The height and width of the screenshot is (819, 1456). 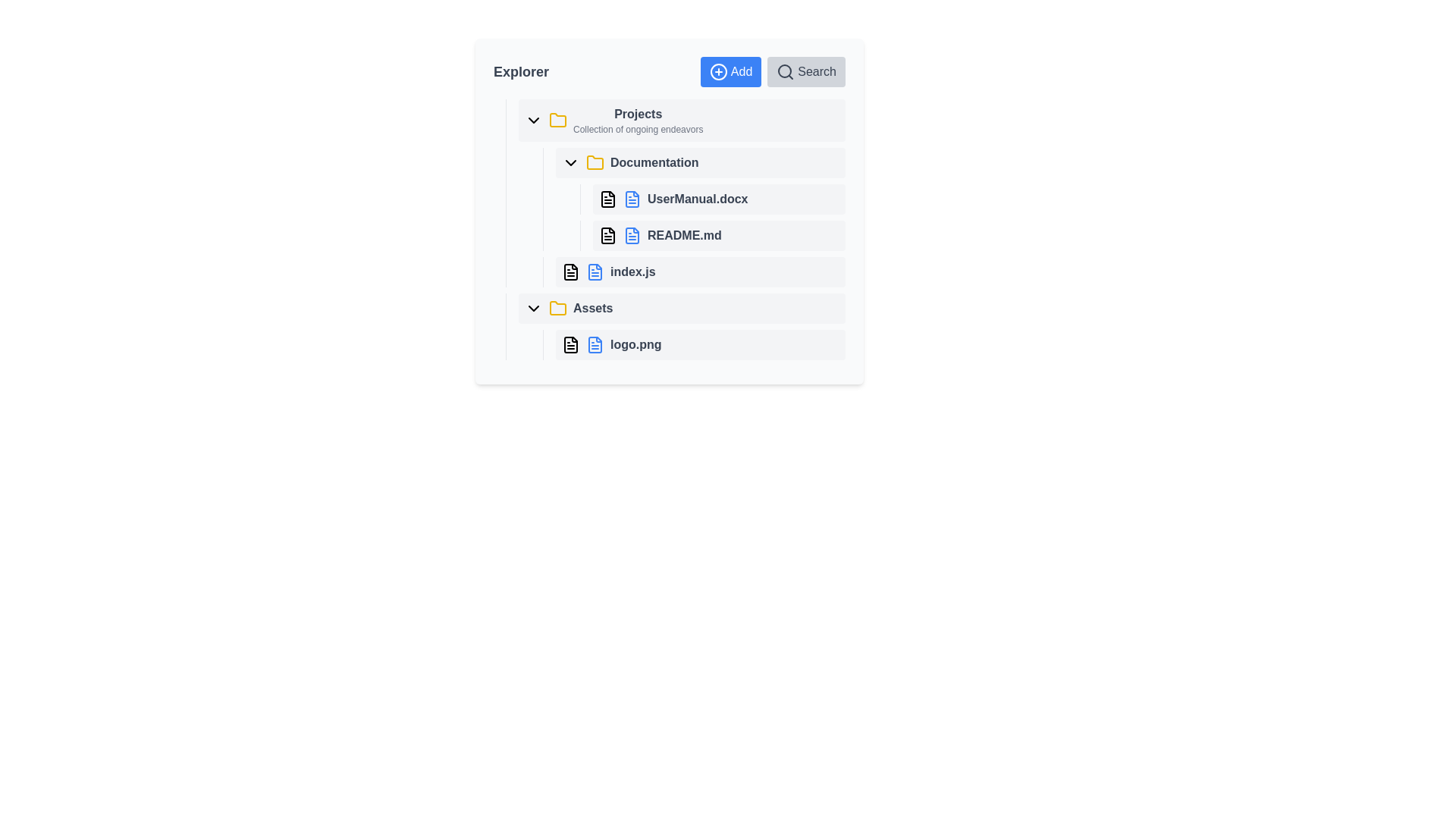 I want to click on the first folder item in the 'Projects' list under the 'Explorer' section, so click(x=700, y=163).